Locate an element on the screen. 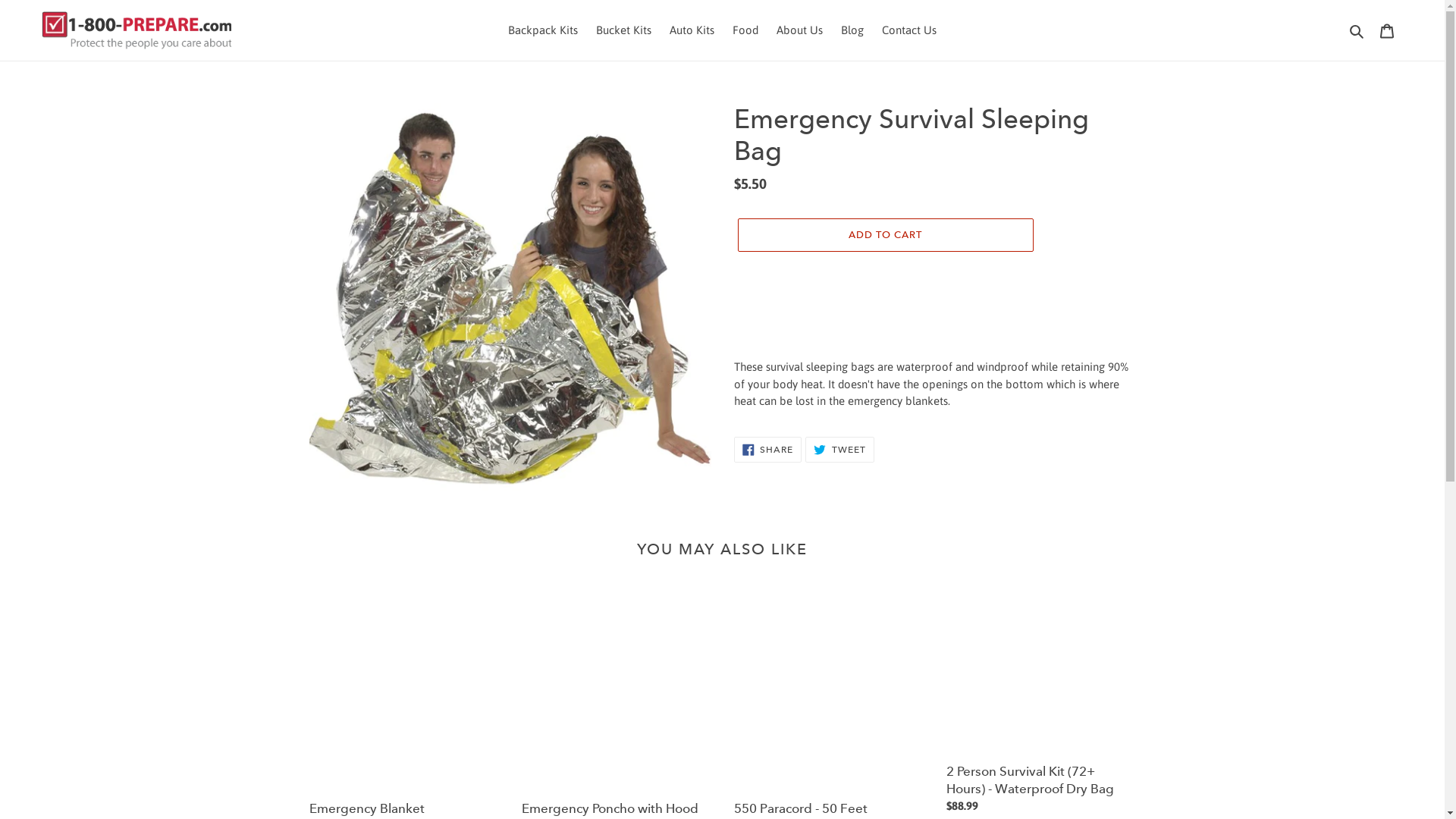  'Bucket Kits' is located at coordinates (623, 30).